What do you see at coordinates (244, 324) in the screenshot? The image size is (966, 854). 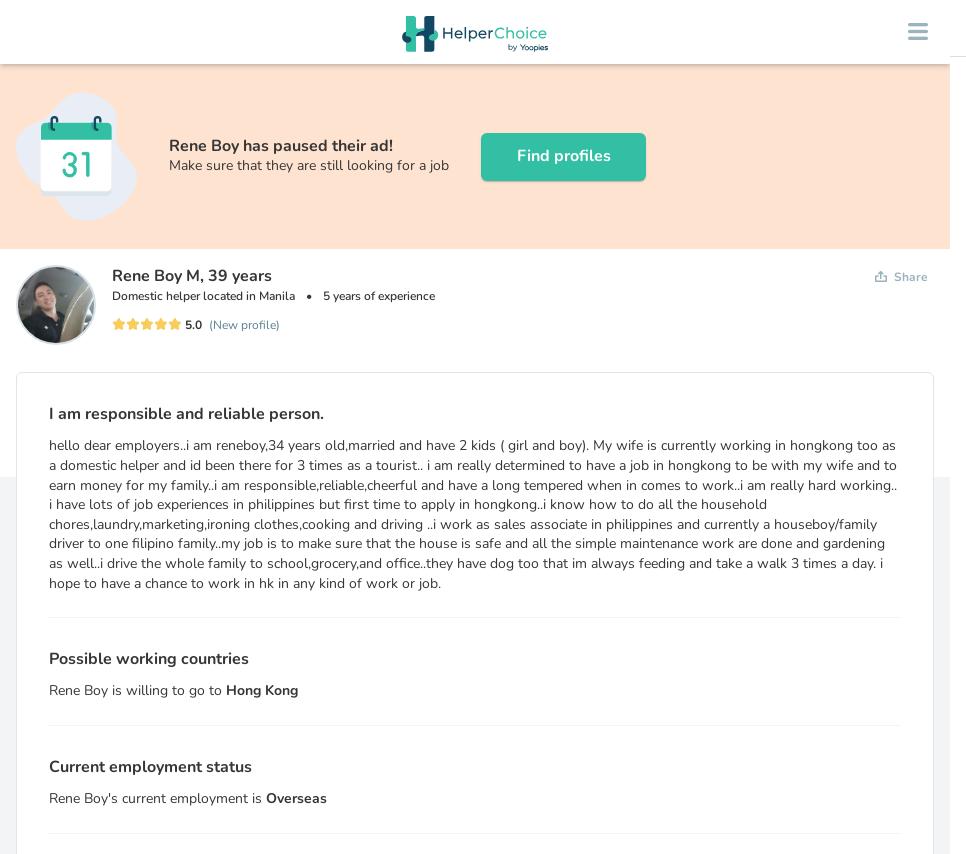 I see `'(New profile)'` at bounding box center [244, 324].